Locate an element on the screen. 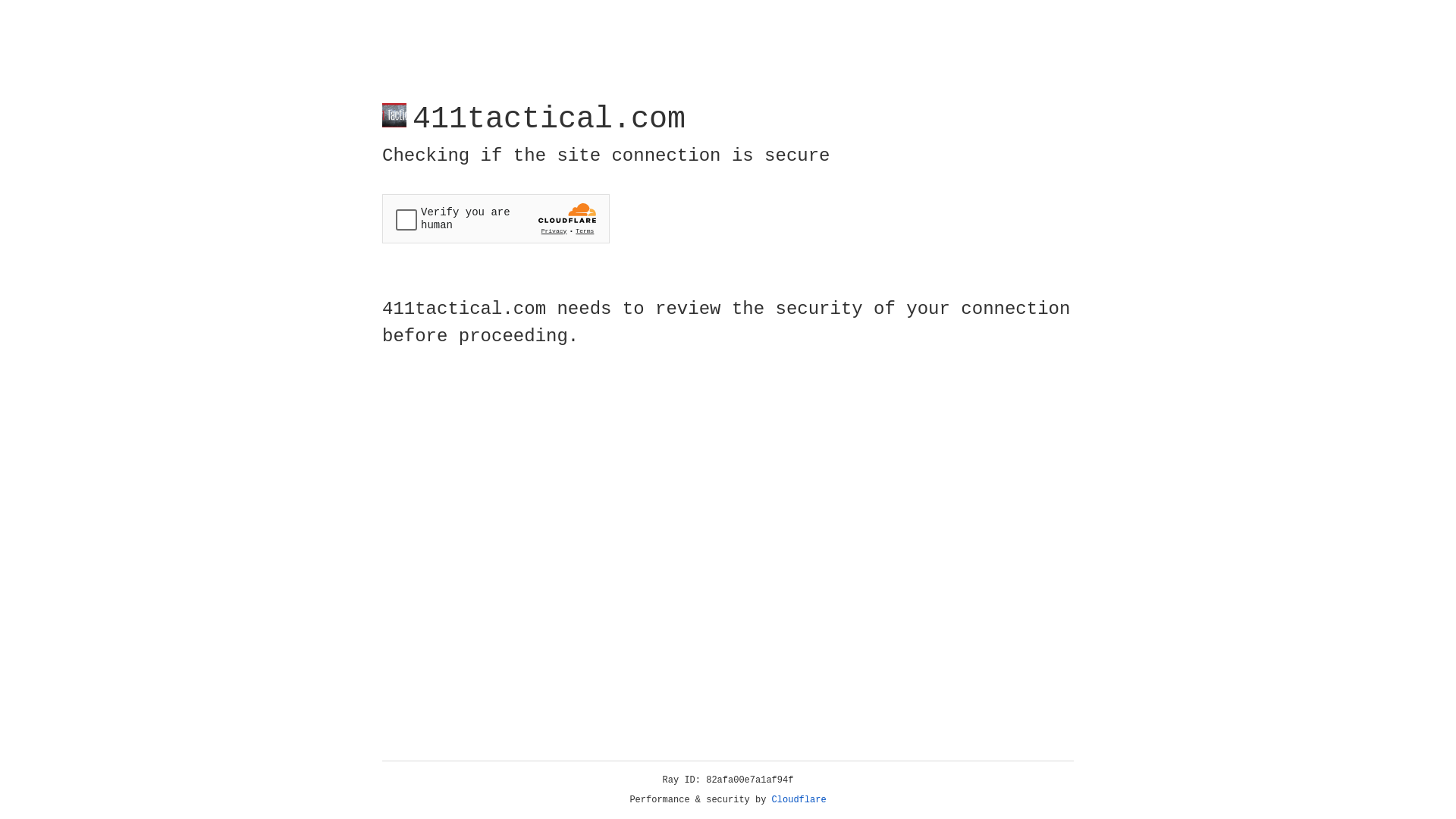  'Widget containing a Cloudflare security challenge' is located at coordinates (495, 218).